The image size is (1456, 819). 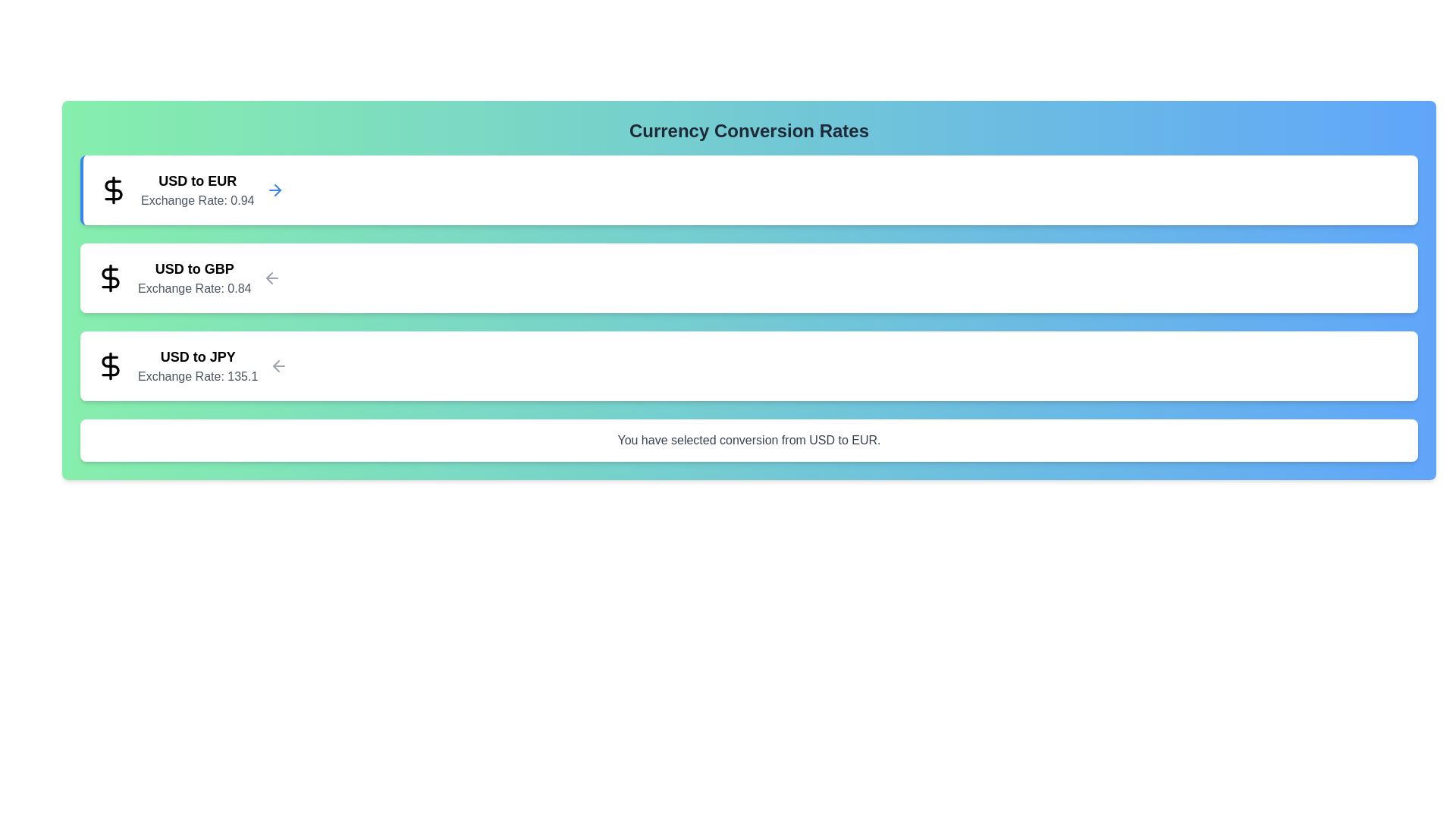 I want to click on the text label displaying 'USD to EUR', which is a bold, large font title positioned at the top of the currency exchange list, so click(x=196, y=180).